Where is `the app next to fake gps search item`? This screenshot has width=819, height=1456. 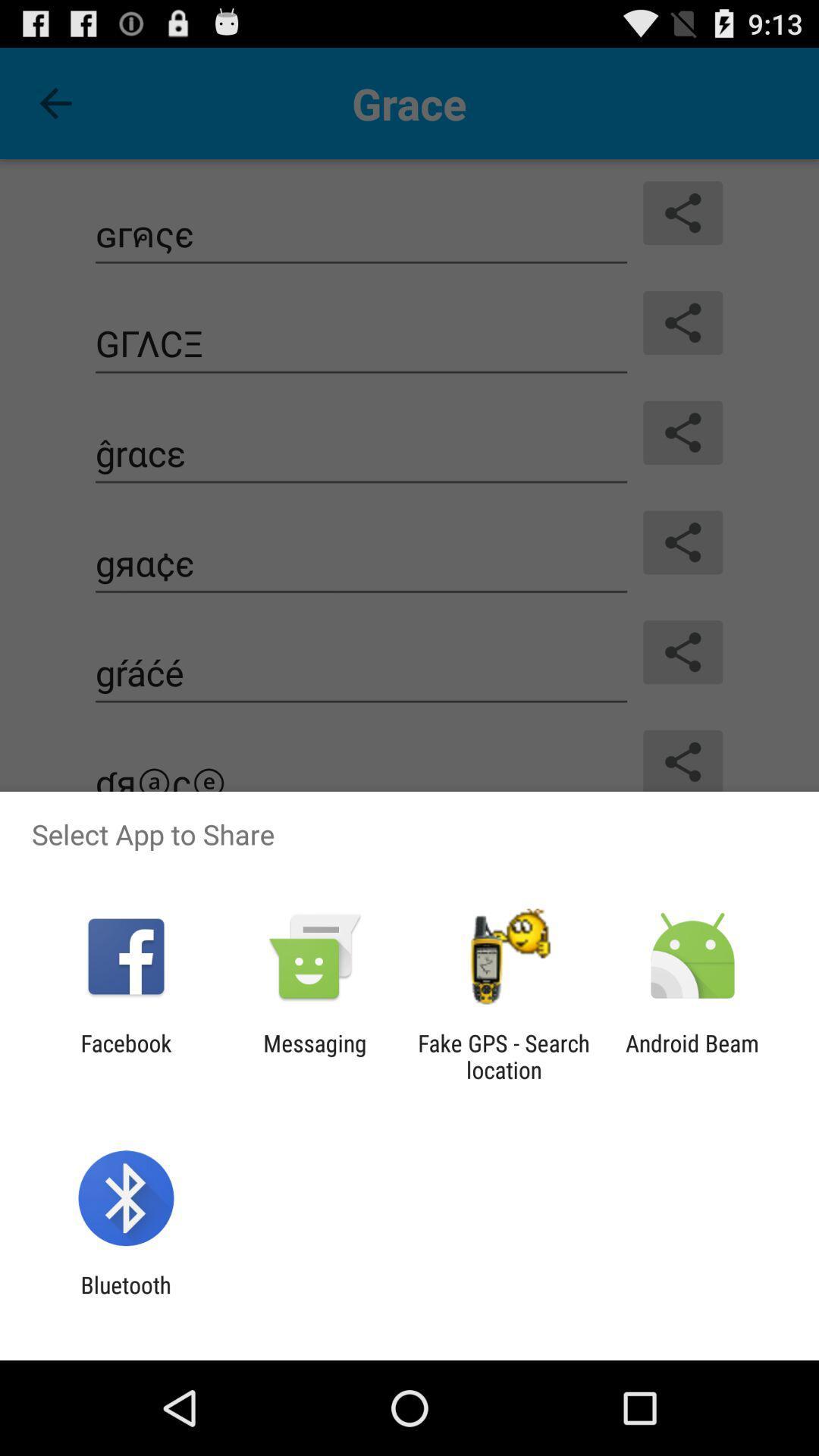
the app next to fake gps search item is located at coordinates (314, 1056).